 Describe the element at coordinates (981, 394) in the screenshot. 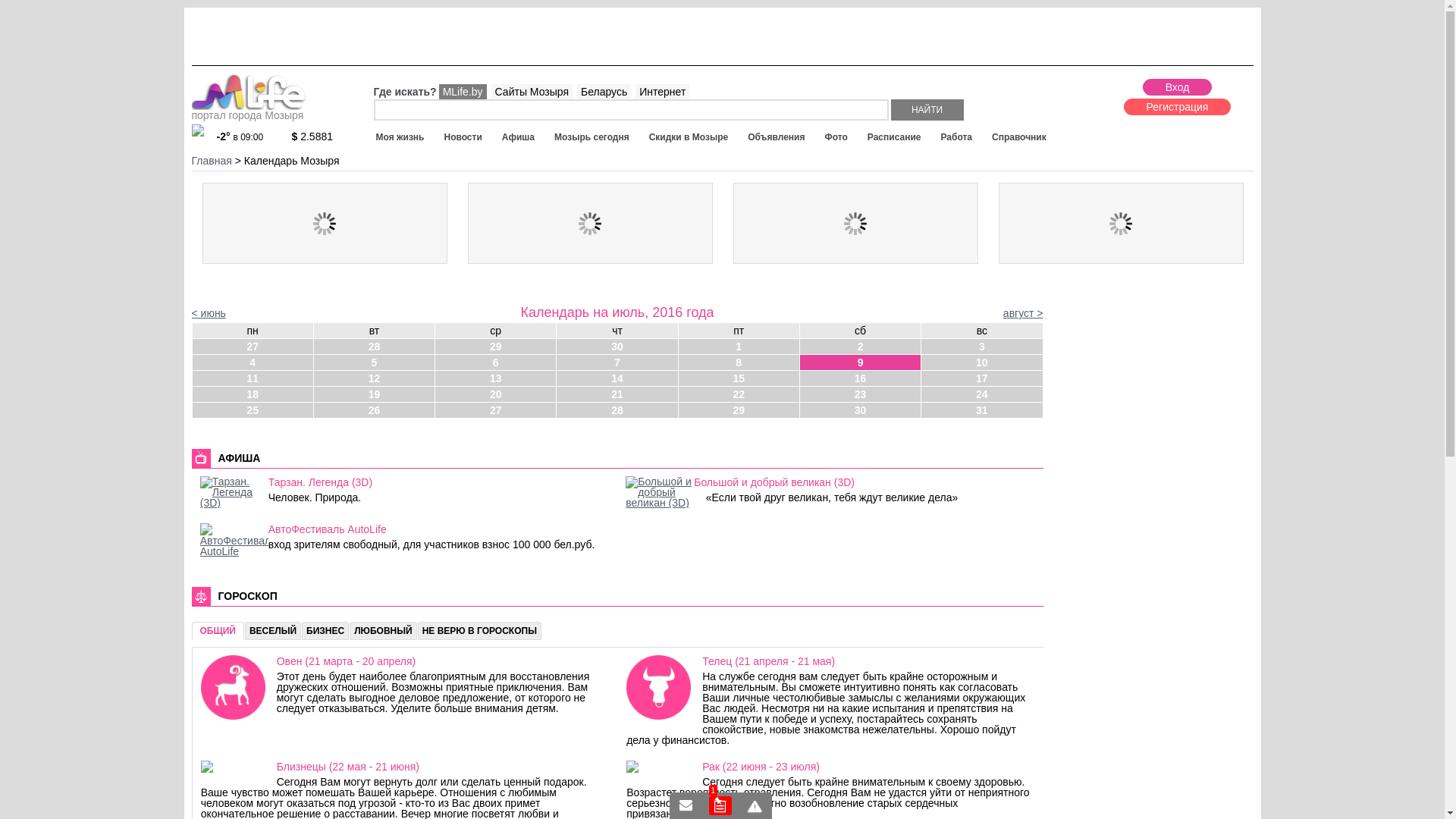

I see `'24'` at that location.